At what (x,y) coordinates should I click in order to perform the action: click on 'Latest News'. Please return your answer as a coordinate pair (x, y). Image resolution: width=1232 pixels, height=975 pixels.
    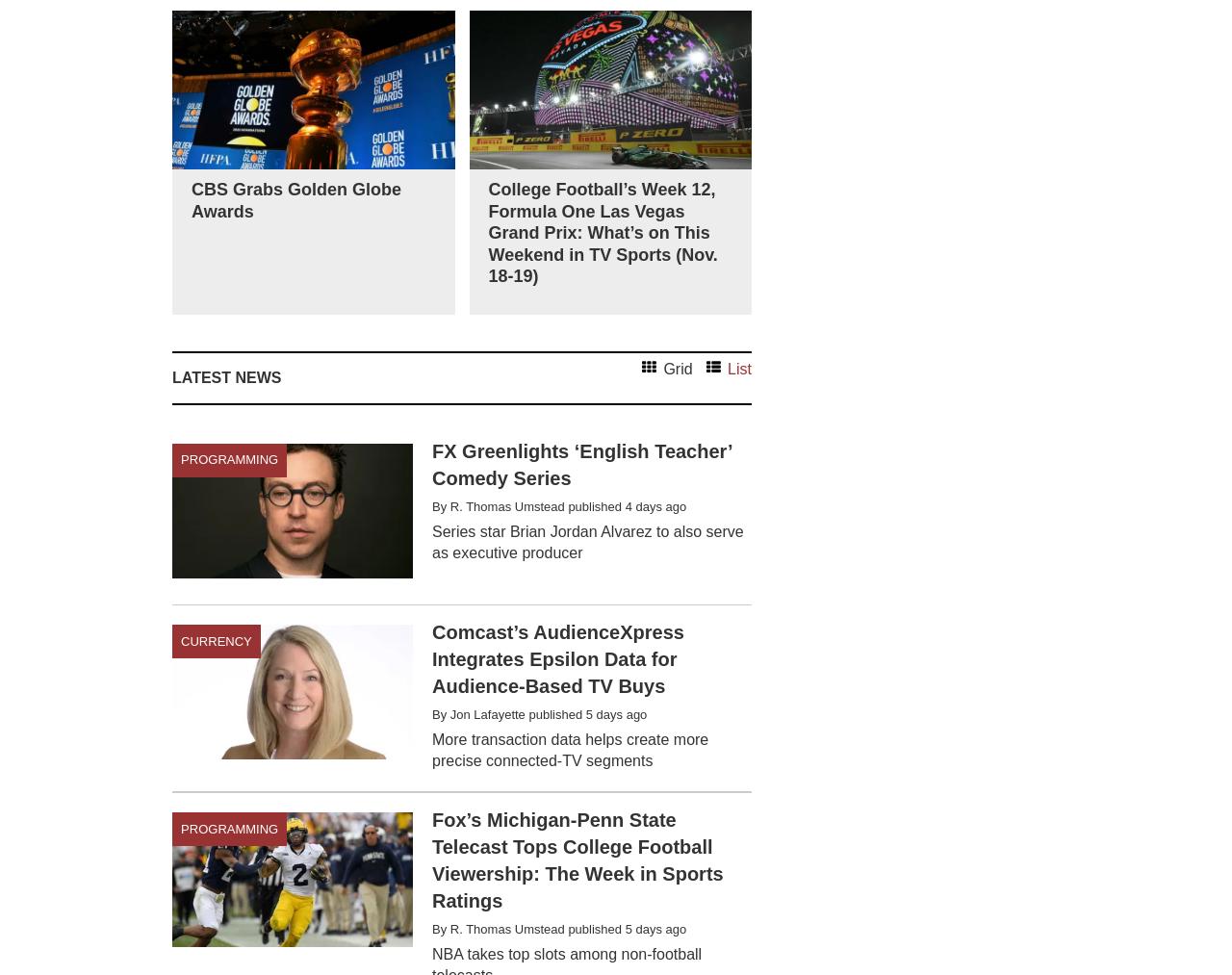
    Looking at the image, I should click on (226, 376).